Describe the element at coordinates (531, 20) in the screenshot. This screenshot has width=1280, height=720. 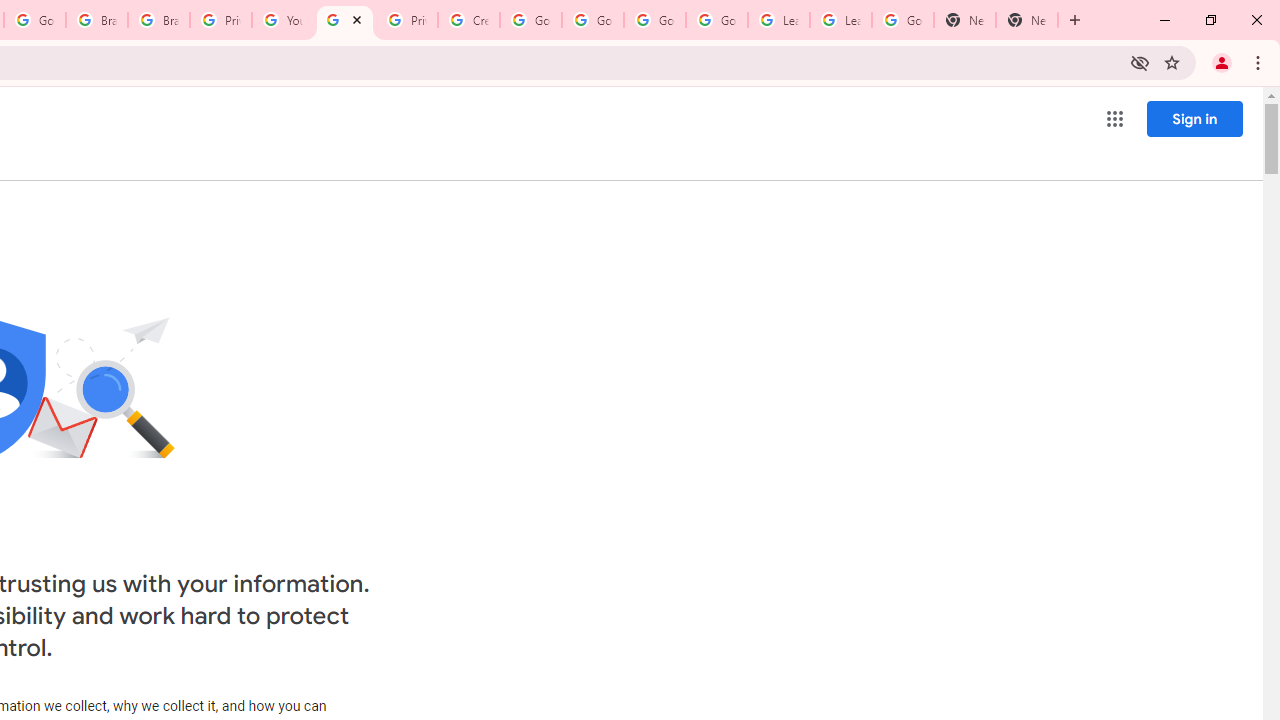
I see `'Google Account Help'` at that location.